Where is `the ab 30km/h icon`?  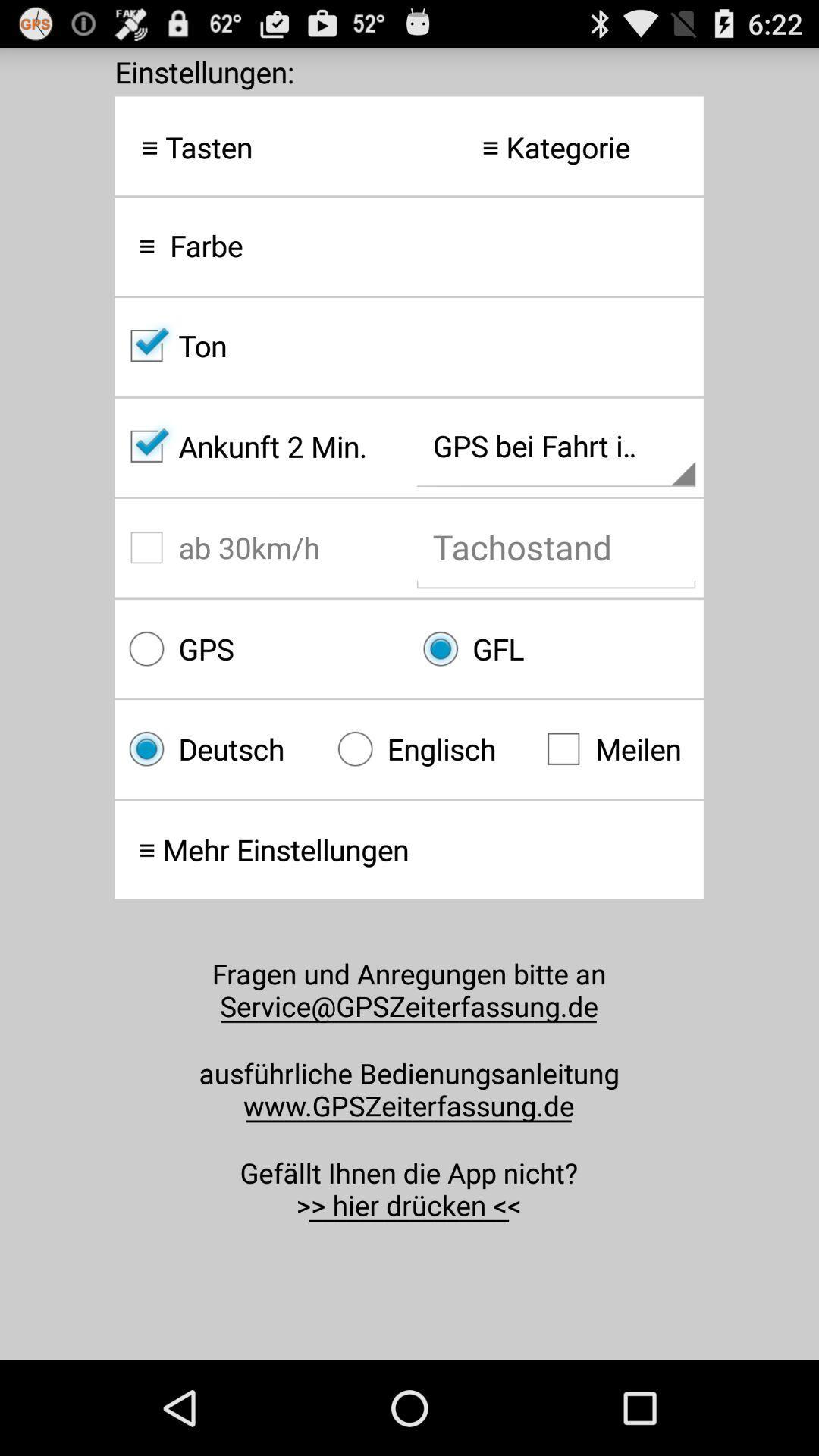
the ab 30km/h icon is located at coordinates (261, 547).